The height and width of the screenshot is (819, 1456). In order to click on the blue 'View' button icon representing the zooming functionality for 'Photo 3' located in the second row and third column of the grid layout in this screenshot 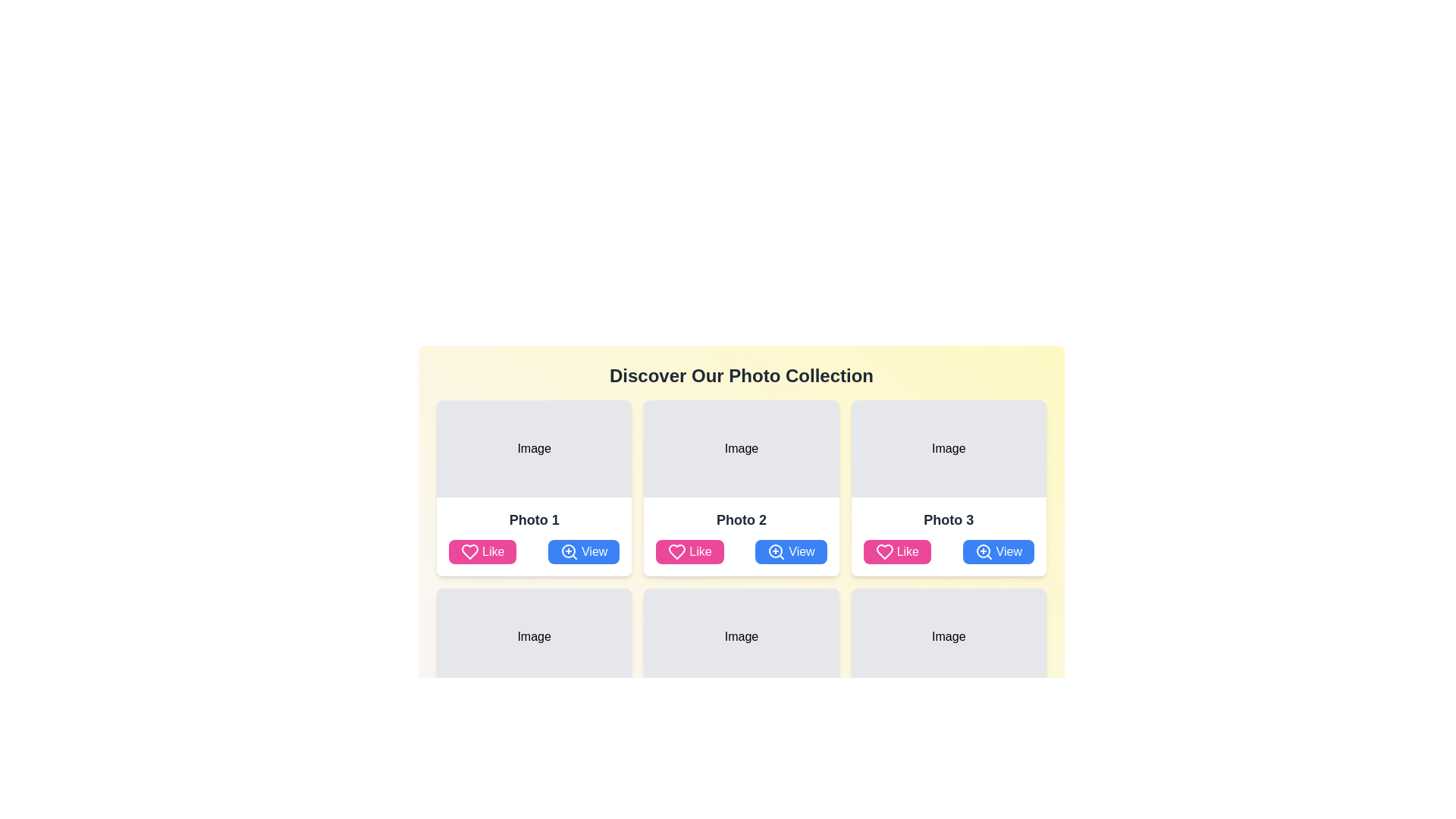, I will do `click(984, 552)`.